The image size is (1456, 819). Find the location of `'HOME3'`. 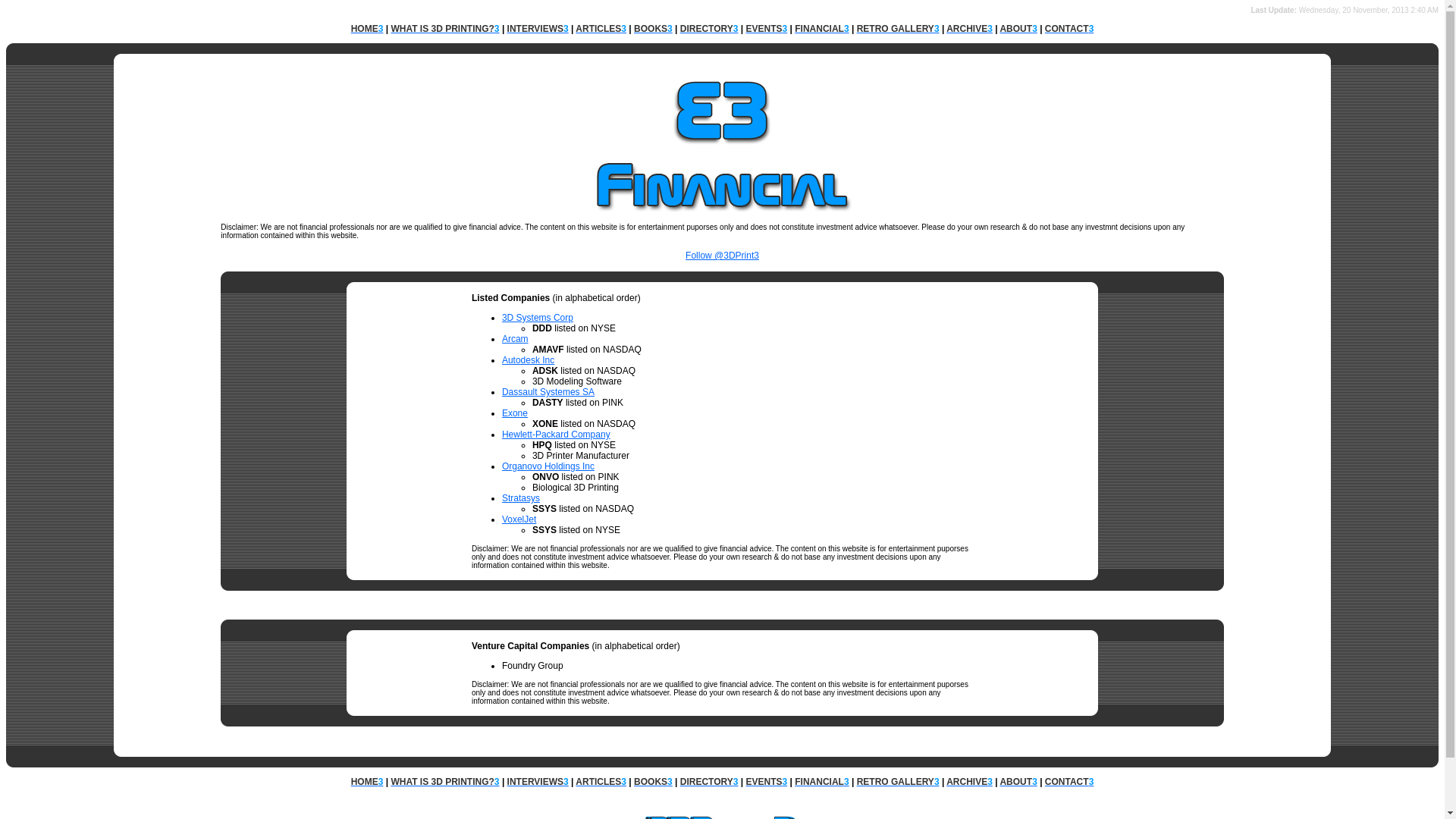

'HOME3' is located at coordinates (367, 29).